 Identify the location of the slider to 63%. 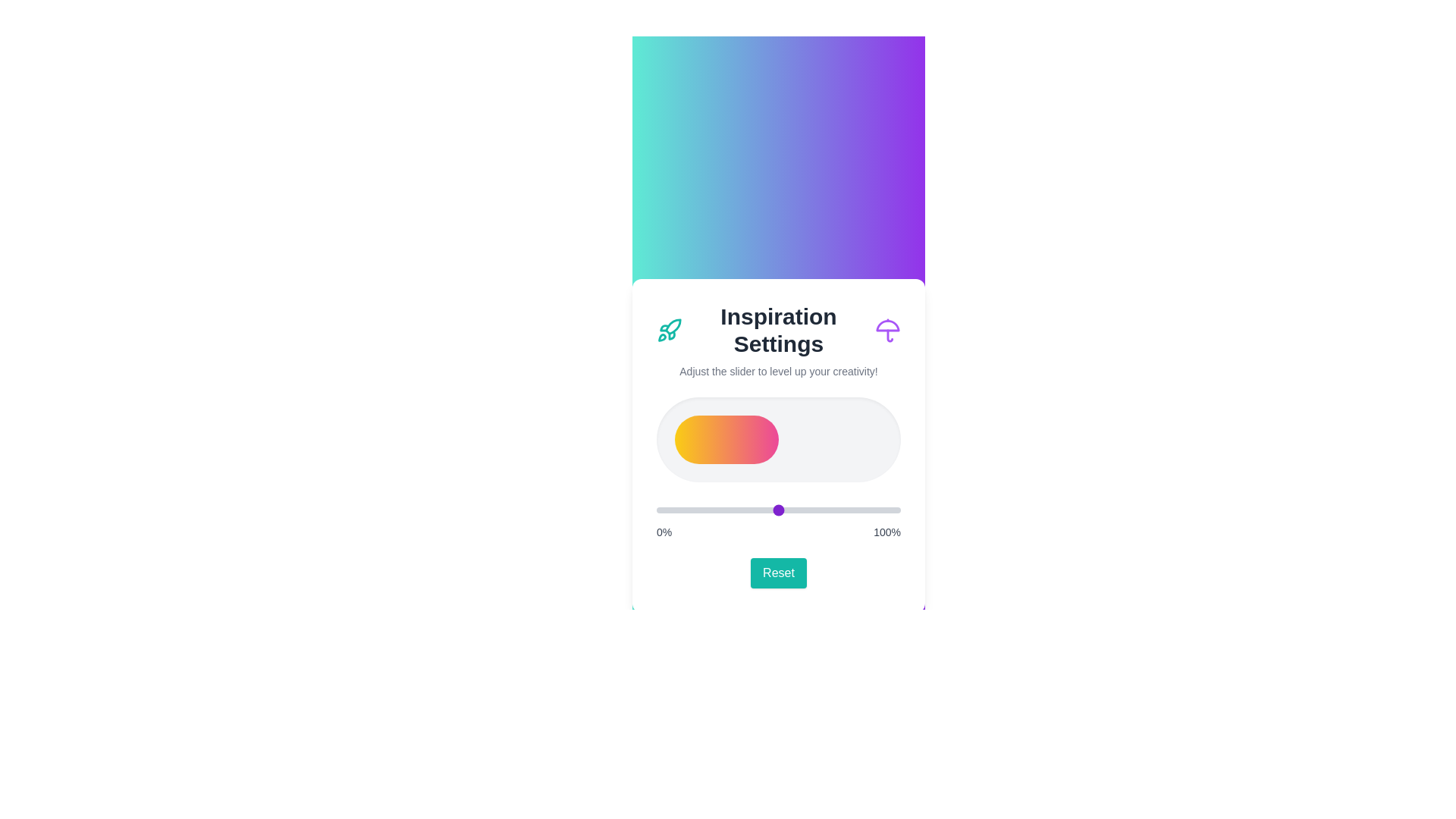
(809, 510).